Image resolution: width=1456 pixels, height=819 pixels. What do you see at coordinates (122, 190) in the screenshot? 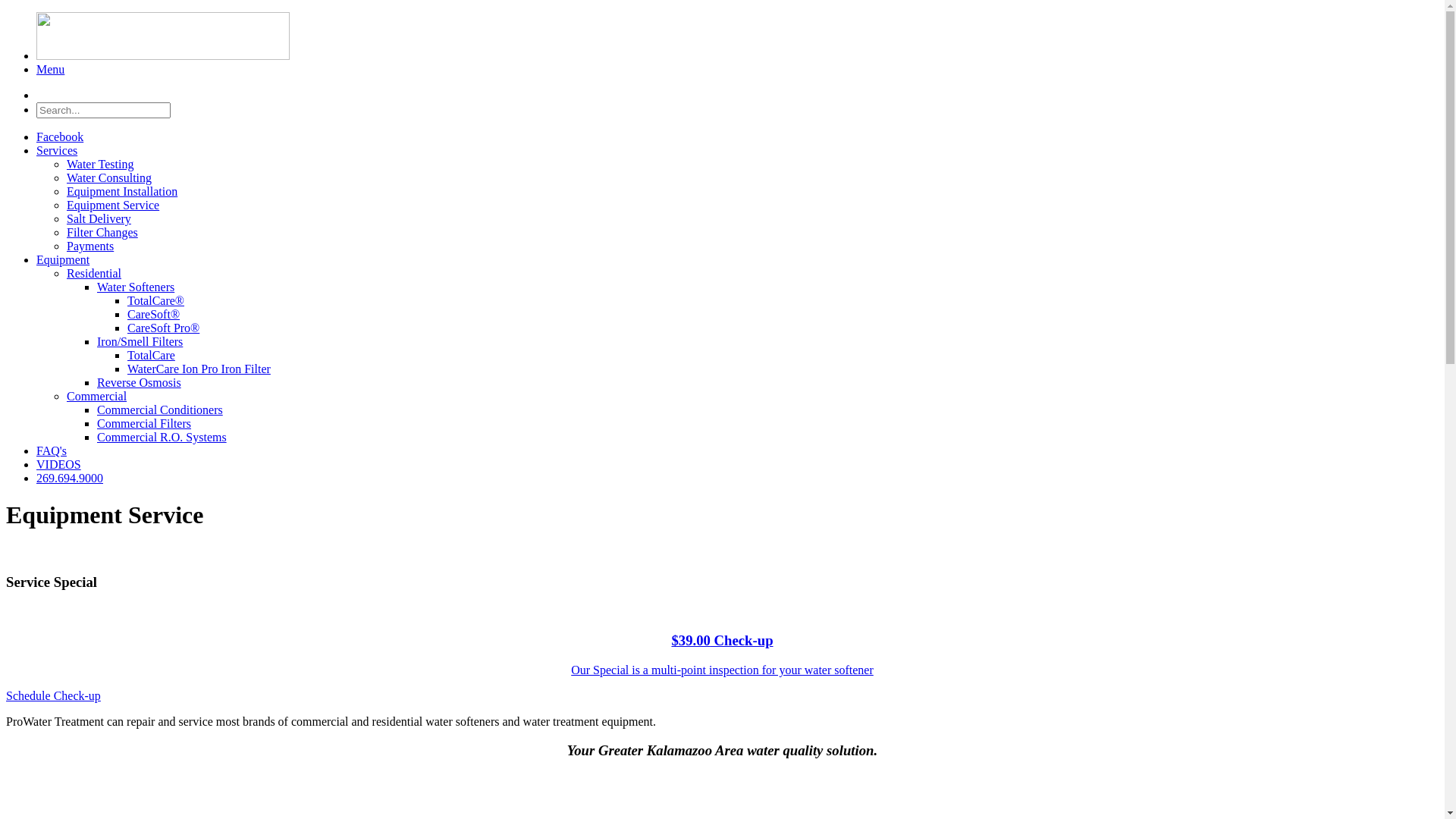
I see `'Equipment Installation'` at bounding box center [122, 190].